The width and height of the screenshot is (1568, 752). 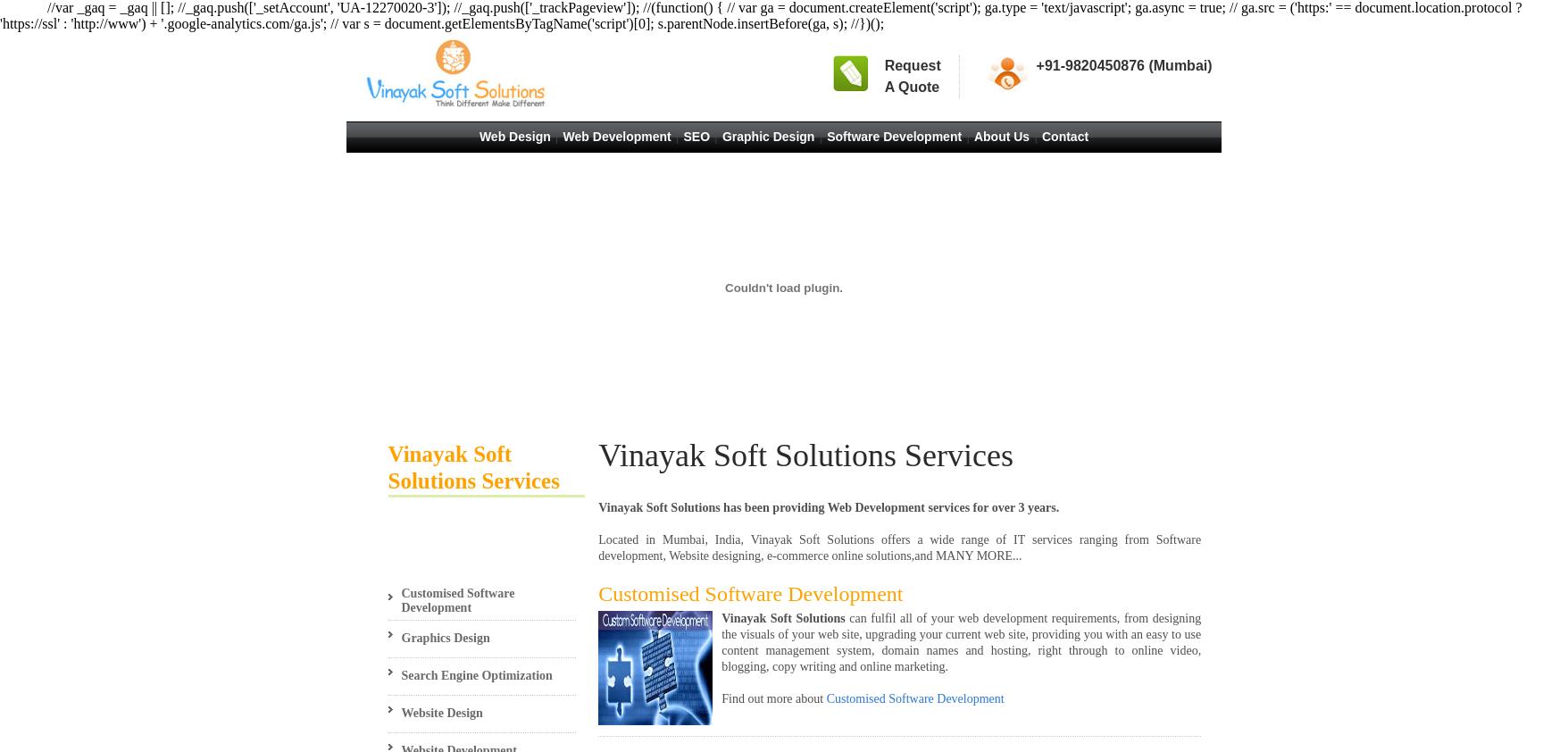 I want to click on 'Website Maintenance', so click(x=411, y=156).